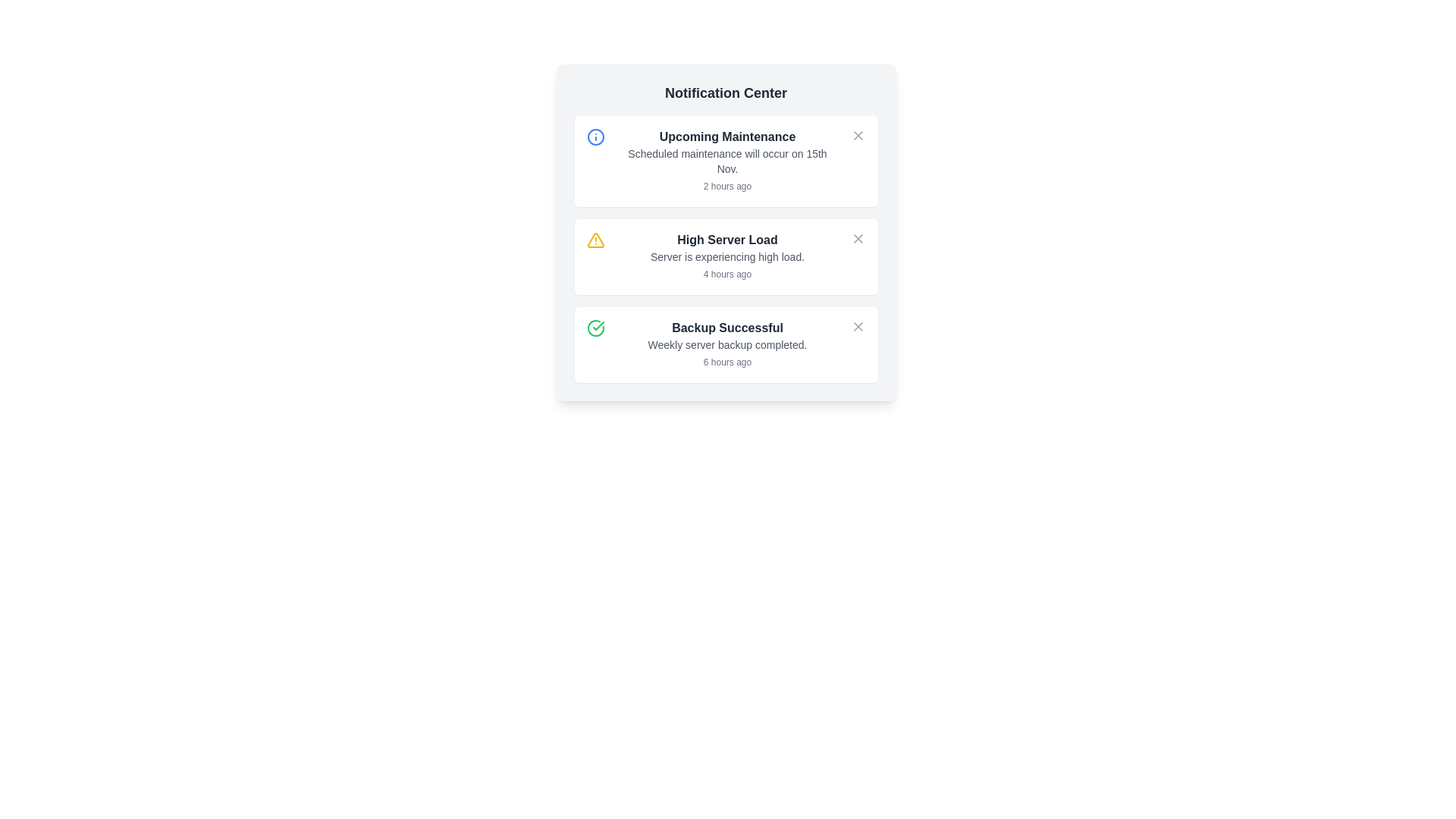 The height and width of the screenshot is (819, 1456). Describe the element at coordinates (726, 345) in the screenshot. I see `the status notification text block that indicates 'Backup Successful' along with its subtext and timestamp` at that location.